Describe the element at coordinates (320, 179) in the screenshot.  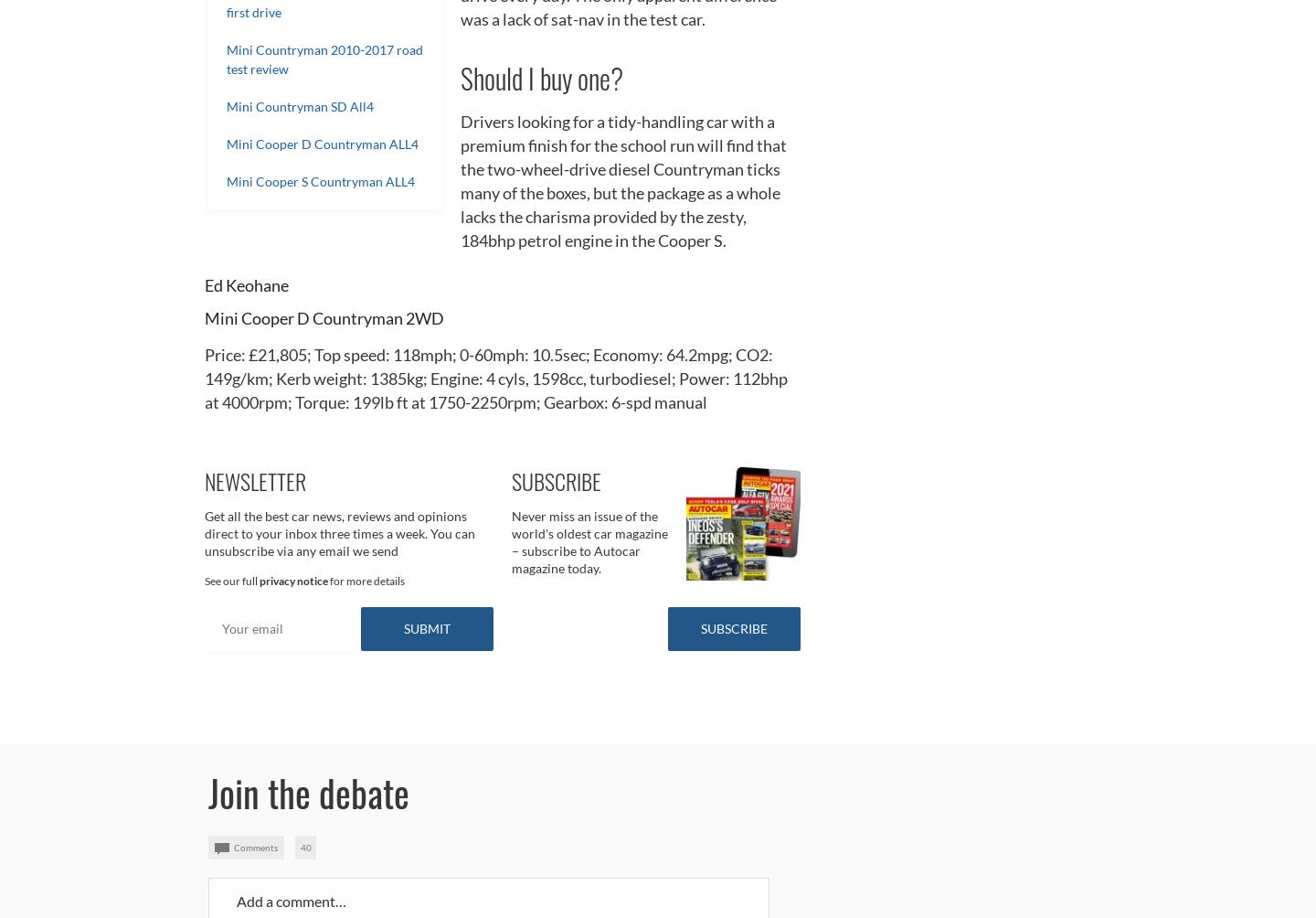
I see `'Mini Cooper S Countryman ALL4'` at that location.